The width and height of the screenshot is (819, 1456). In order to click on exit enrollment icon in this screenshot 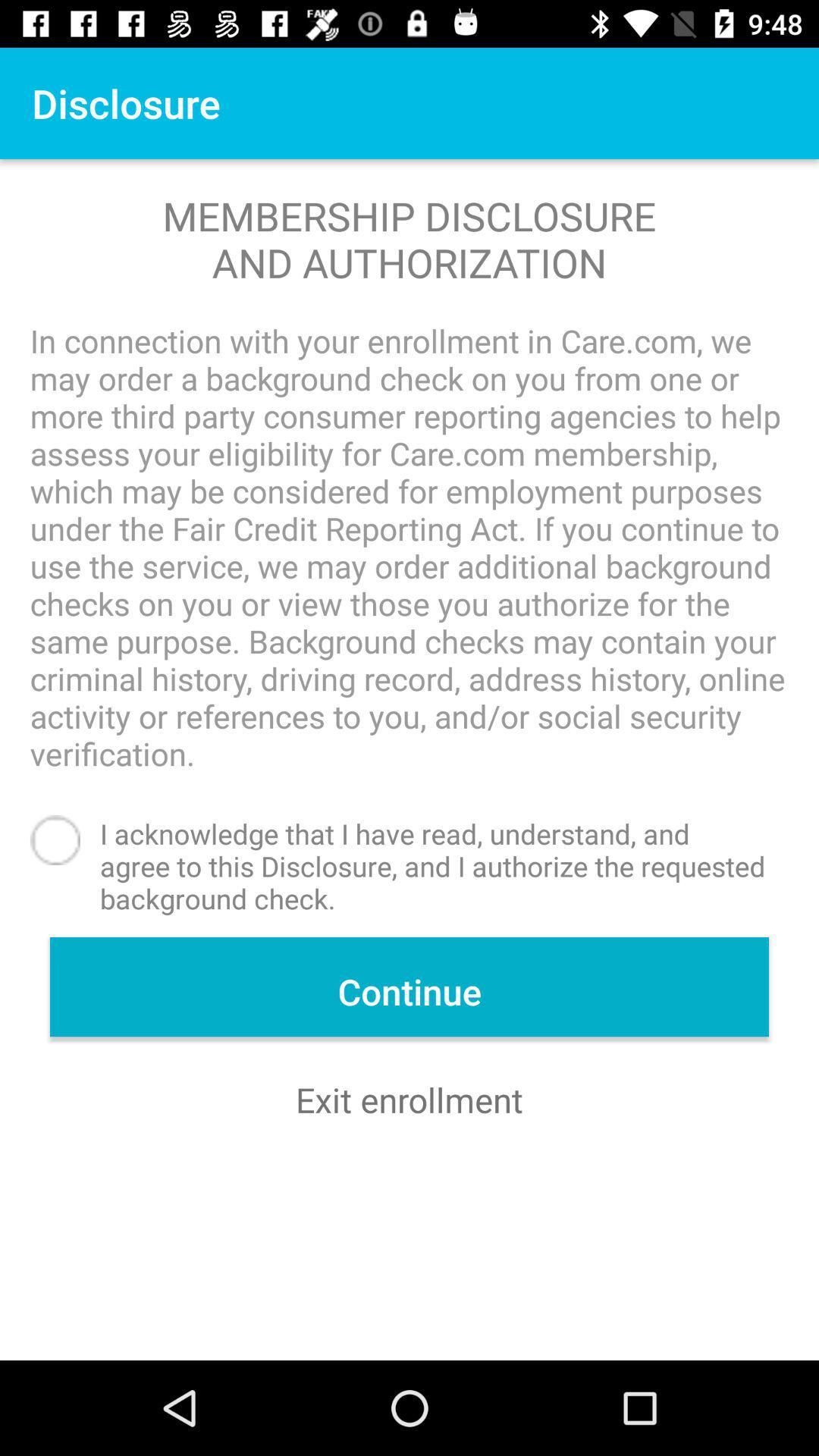, I will do `click(409, 1100)`.